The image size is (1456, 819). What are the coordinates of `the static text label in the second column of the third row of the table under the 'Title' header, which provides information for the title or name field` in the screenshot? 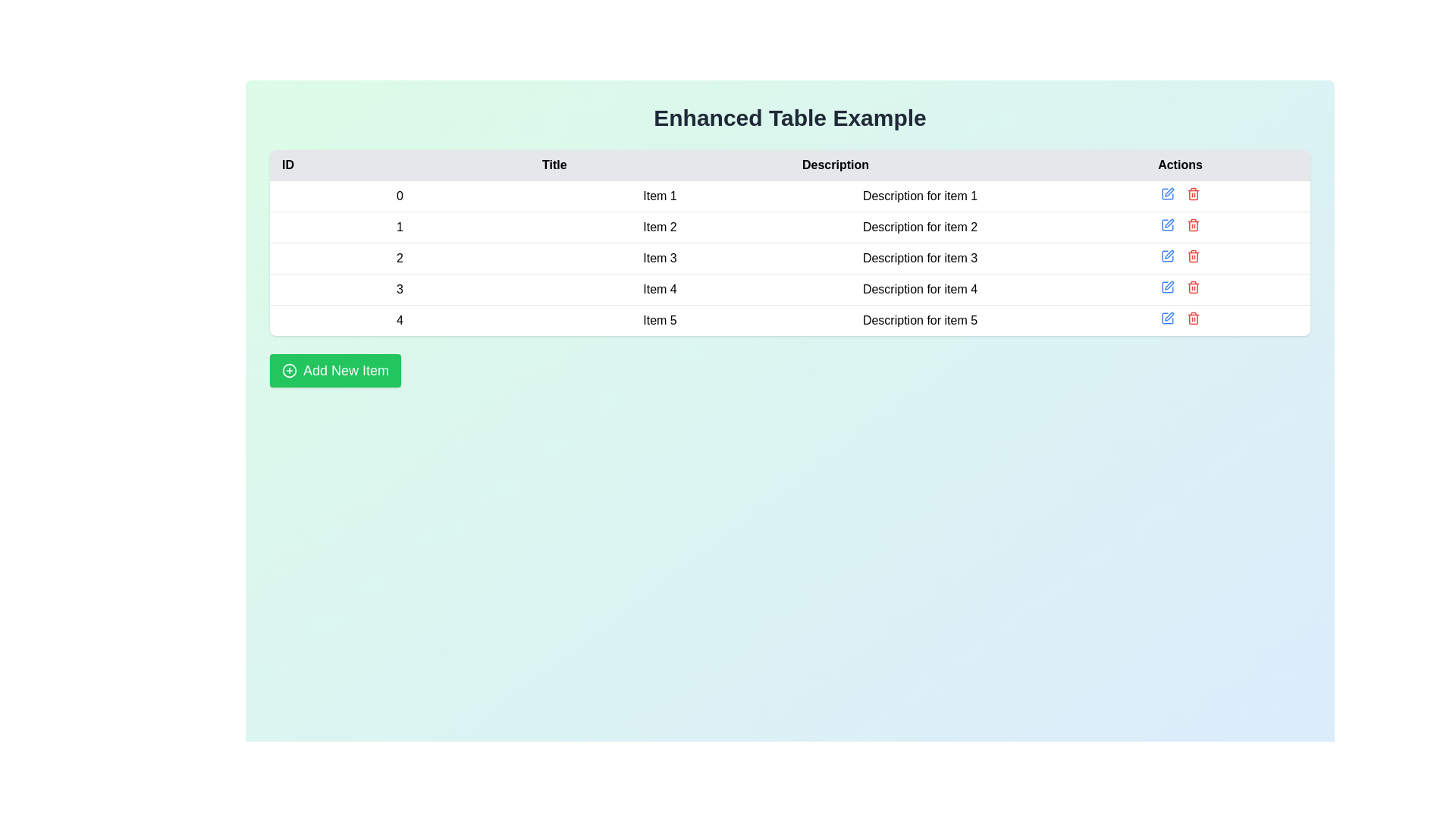 It's located at (660, 257).